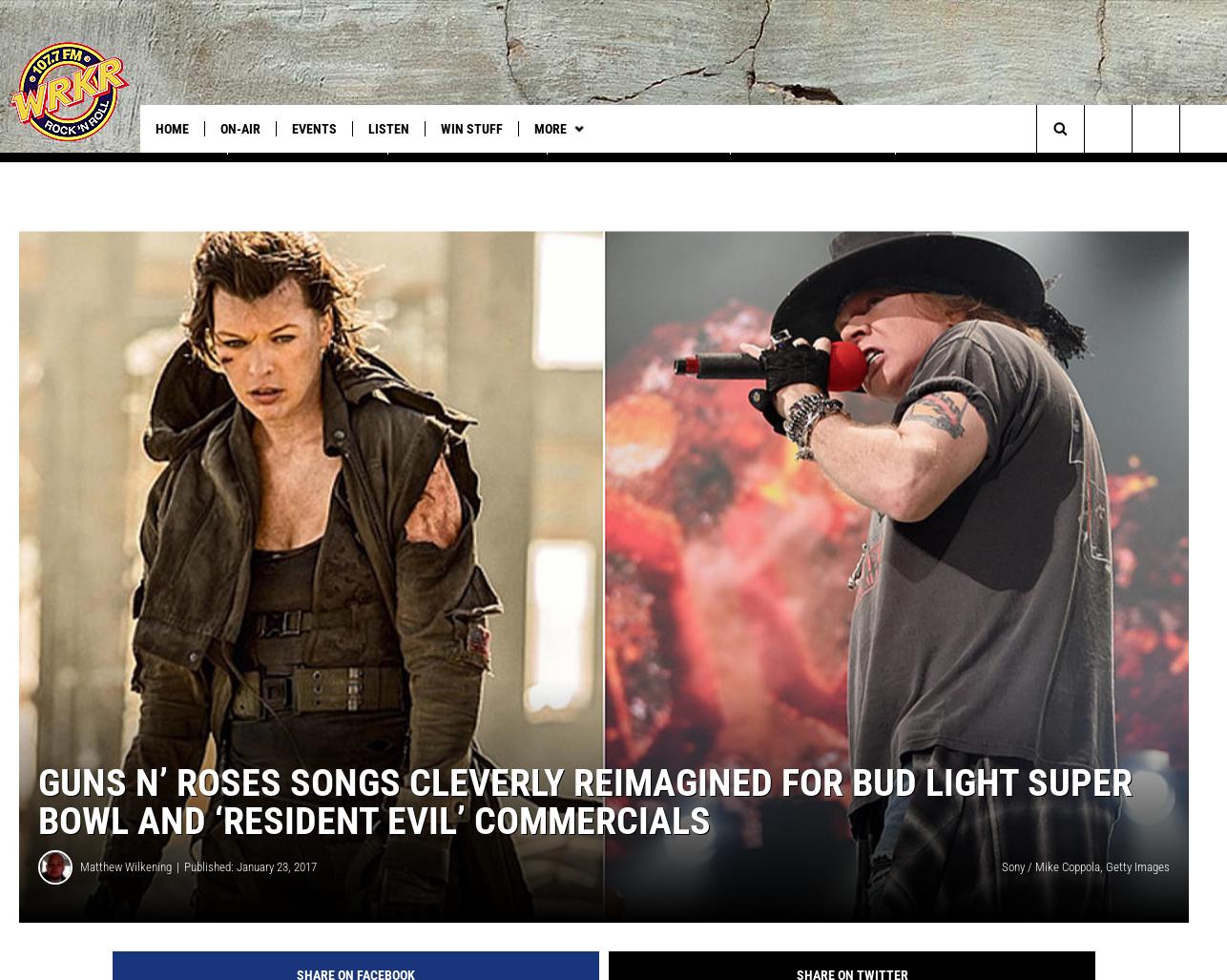 Image resolution: width=1227 pixels, height=980 pixels. I want to click on 'Matthew Wilkening', so click(125, 887).